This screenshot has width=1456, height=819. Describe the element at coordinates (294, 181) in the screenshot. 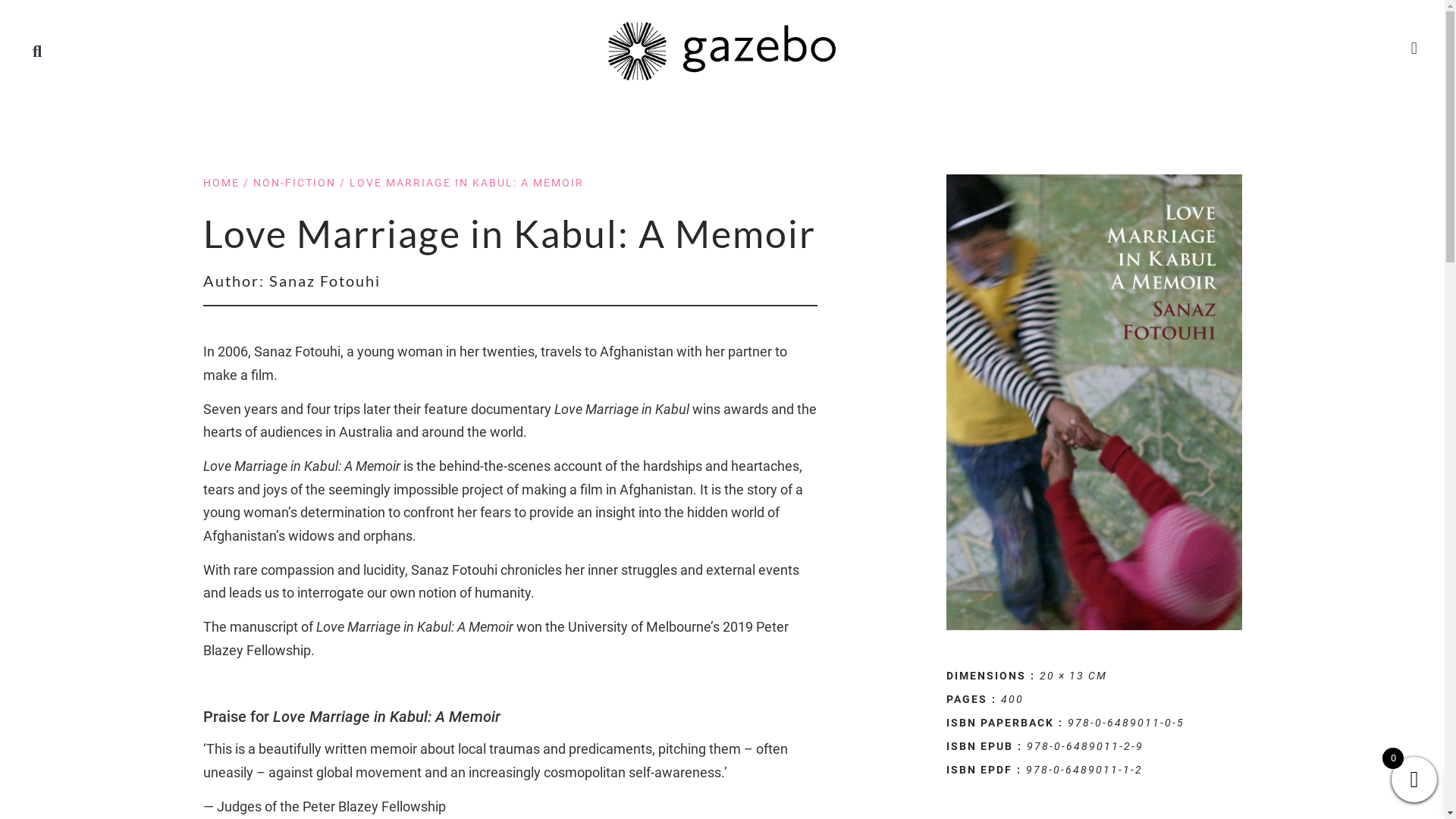

I see `'NON-FICTION'` at that location.